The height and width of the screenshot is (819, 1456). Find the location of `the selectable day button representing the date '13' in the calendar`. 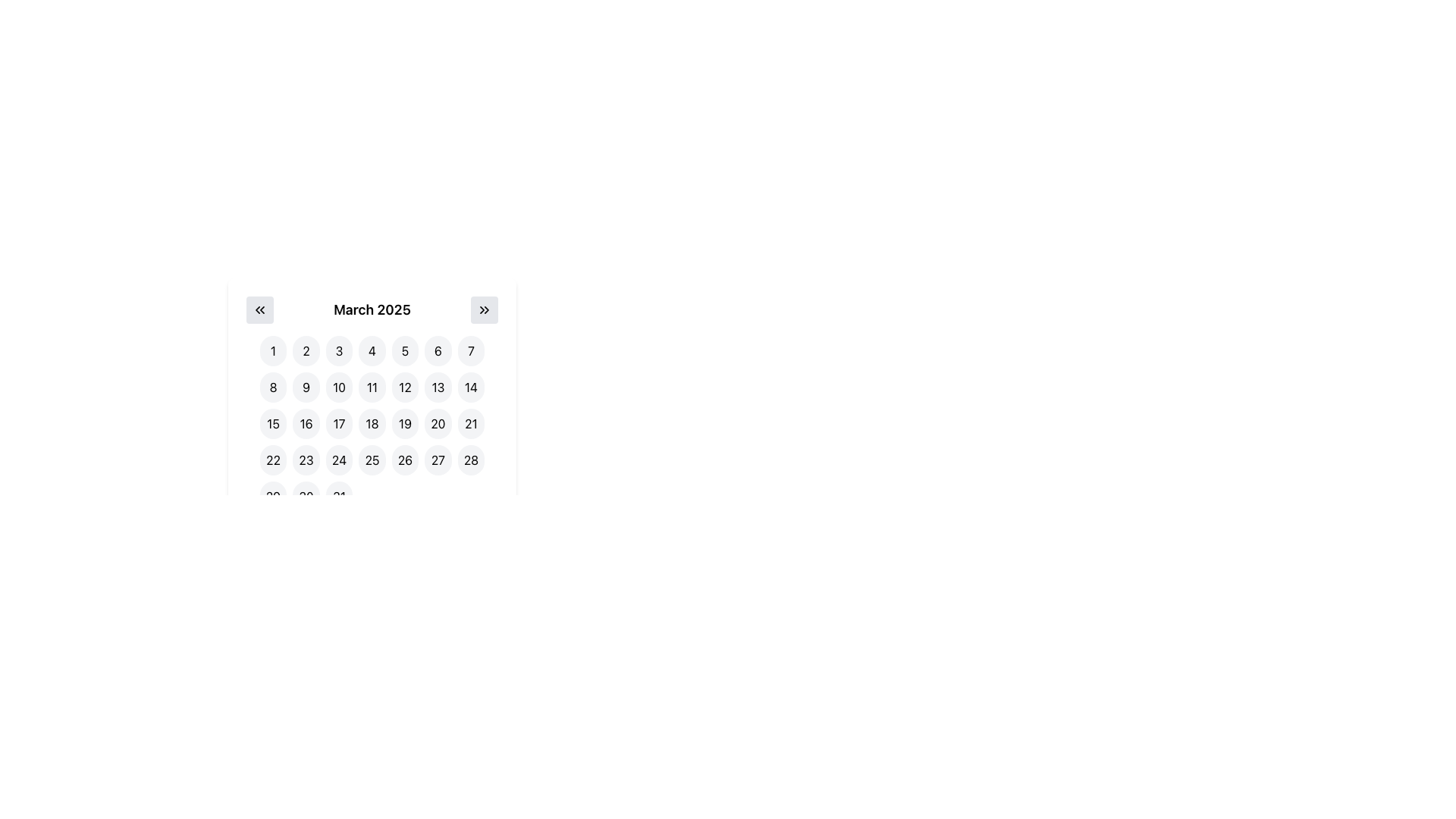

the selectable day button representing the date '13' in the calendar is located at coordinates (437, 386).